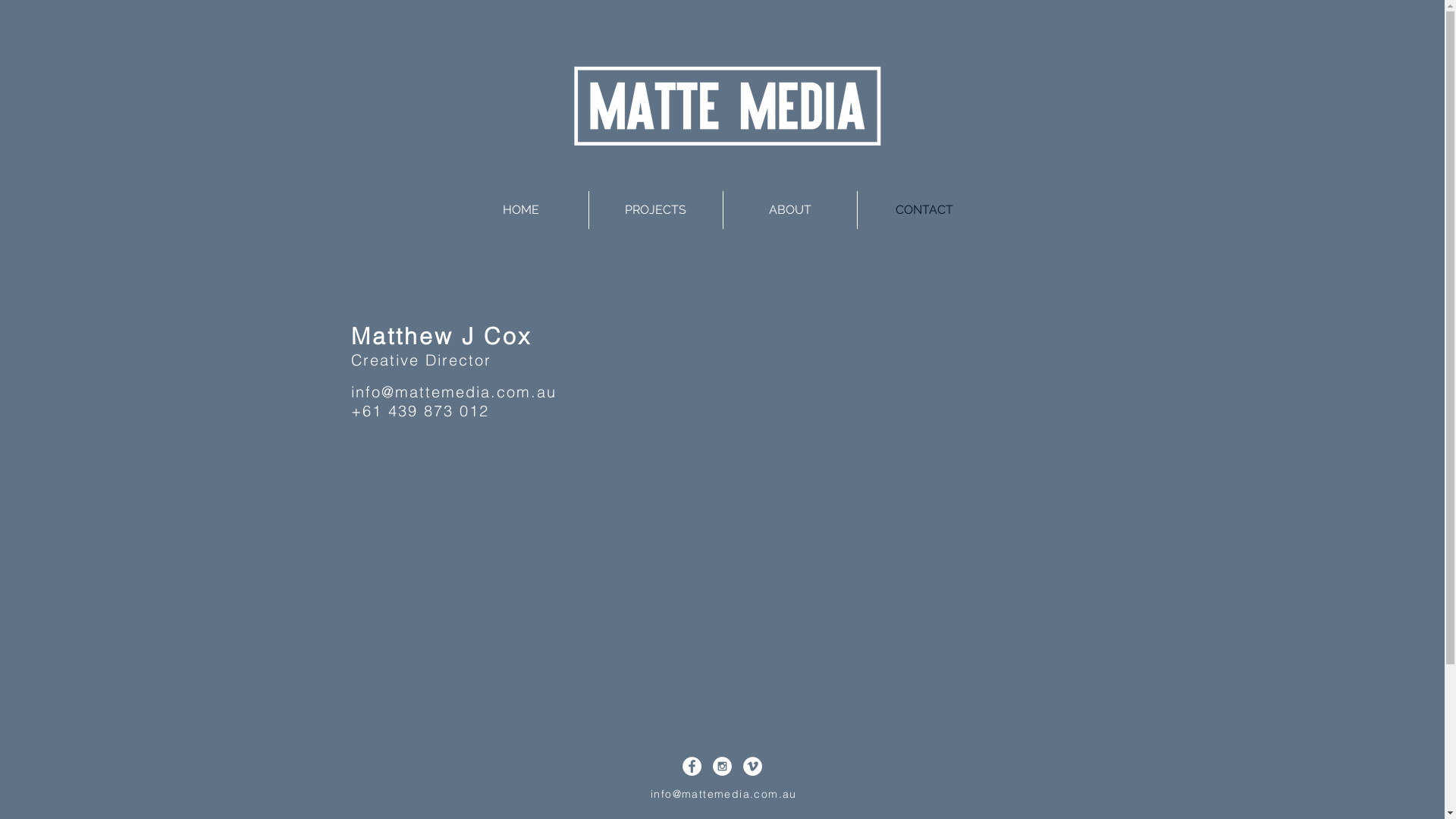 The image size is (1456, 819). I want to click on 'CONTACT', so click(923, 210).